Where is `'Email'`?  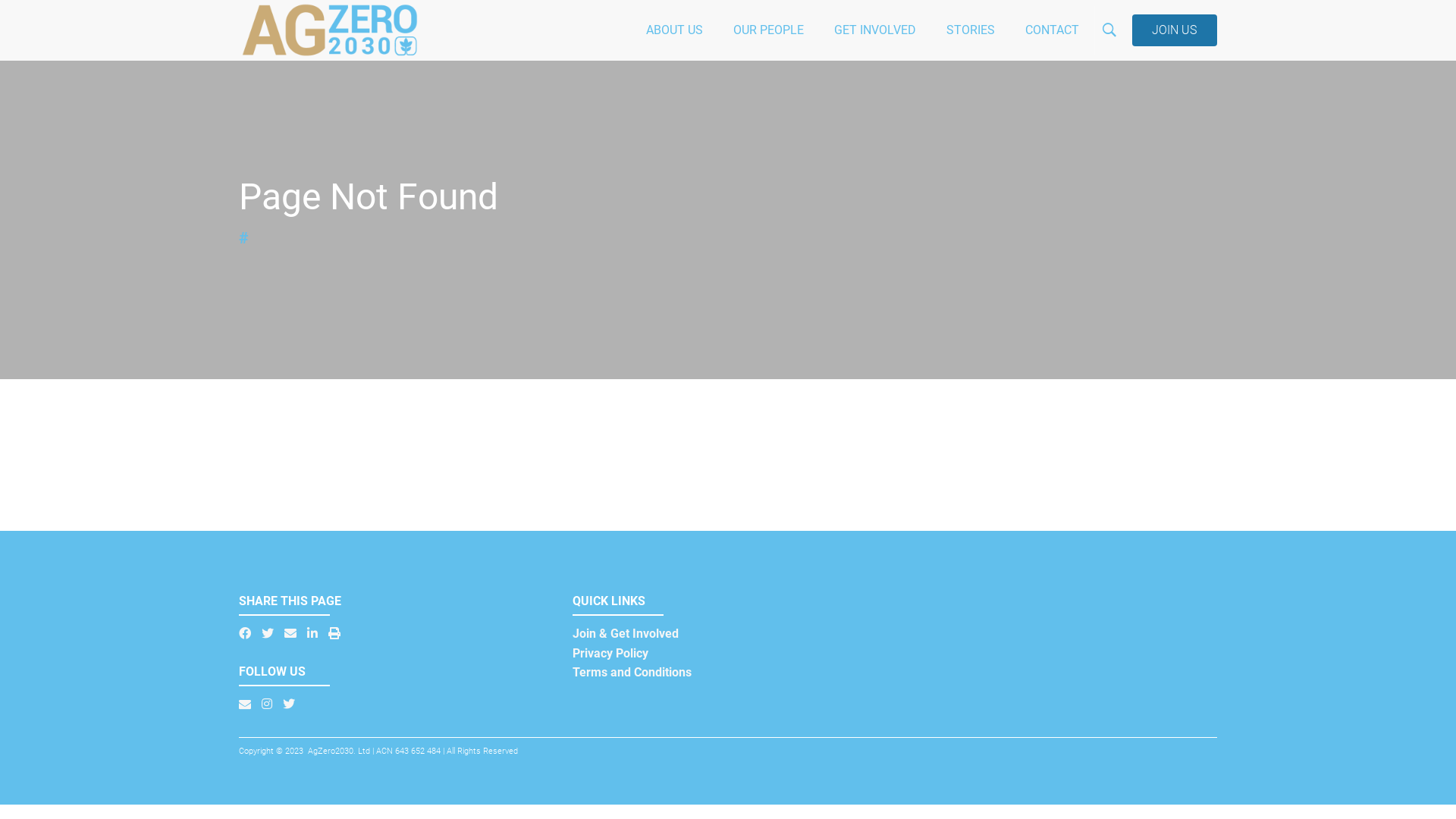 'Email' is located at coordinates (244, 704).